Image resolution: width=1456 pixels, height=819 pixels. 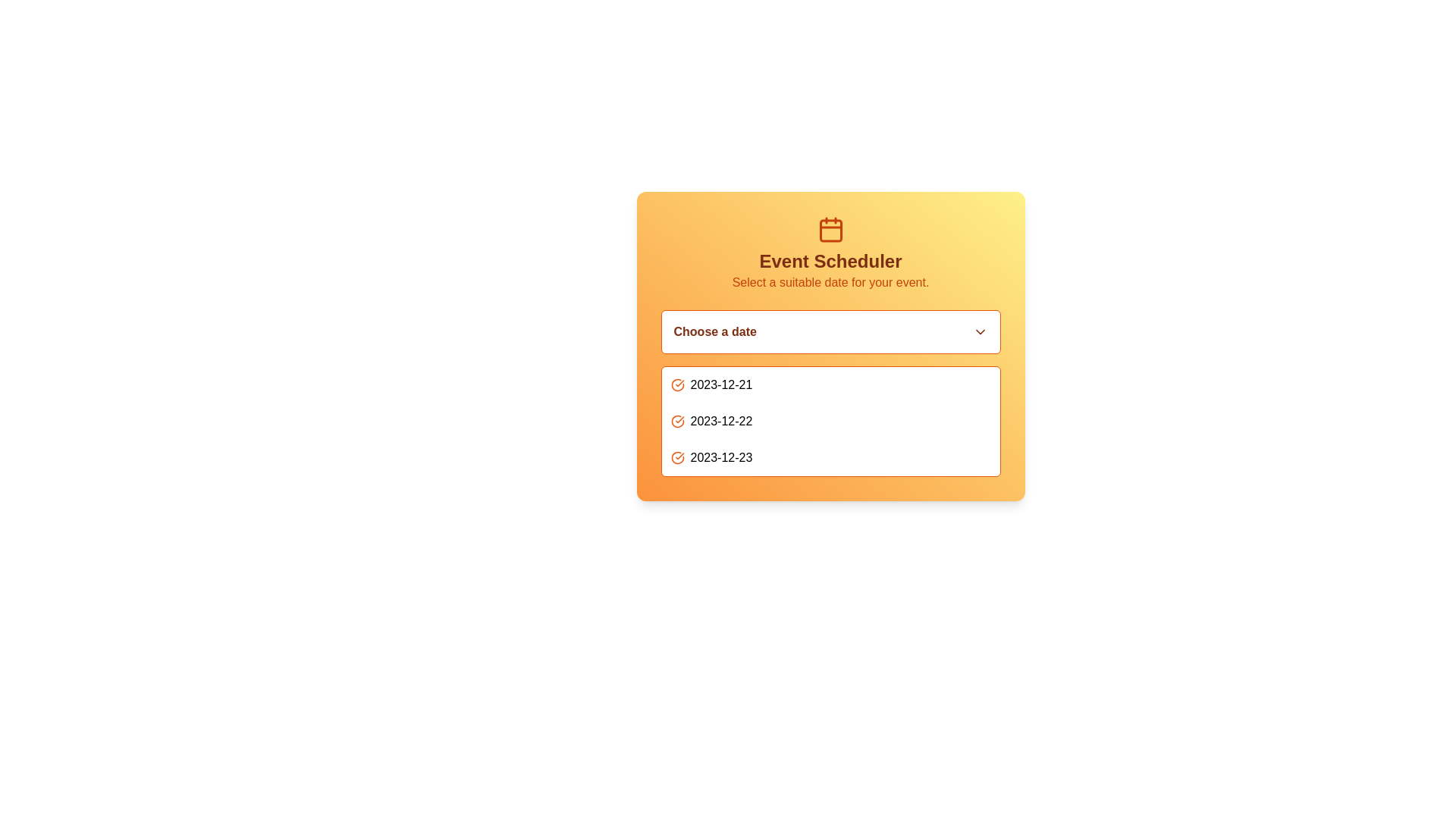 I want to click on the text label that instructs users to interact with the dropdown menu for date selection, located on the left side of the dropdown menu in the date selection interface, so click(x=714, y=331).